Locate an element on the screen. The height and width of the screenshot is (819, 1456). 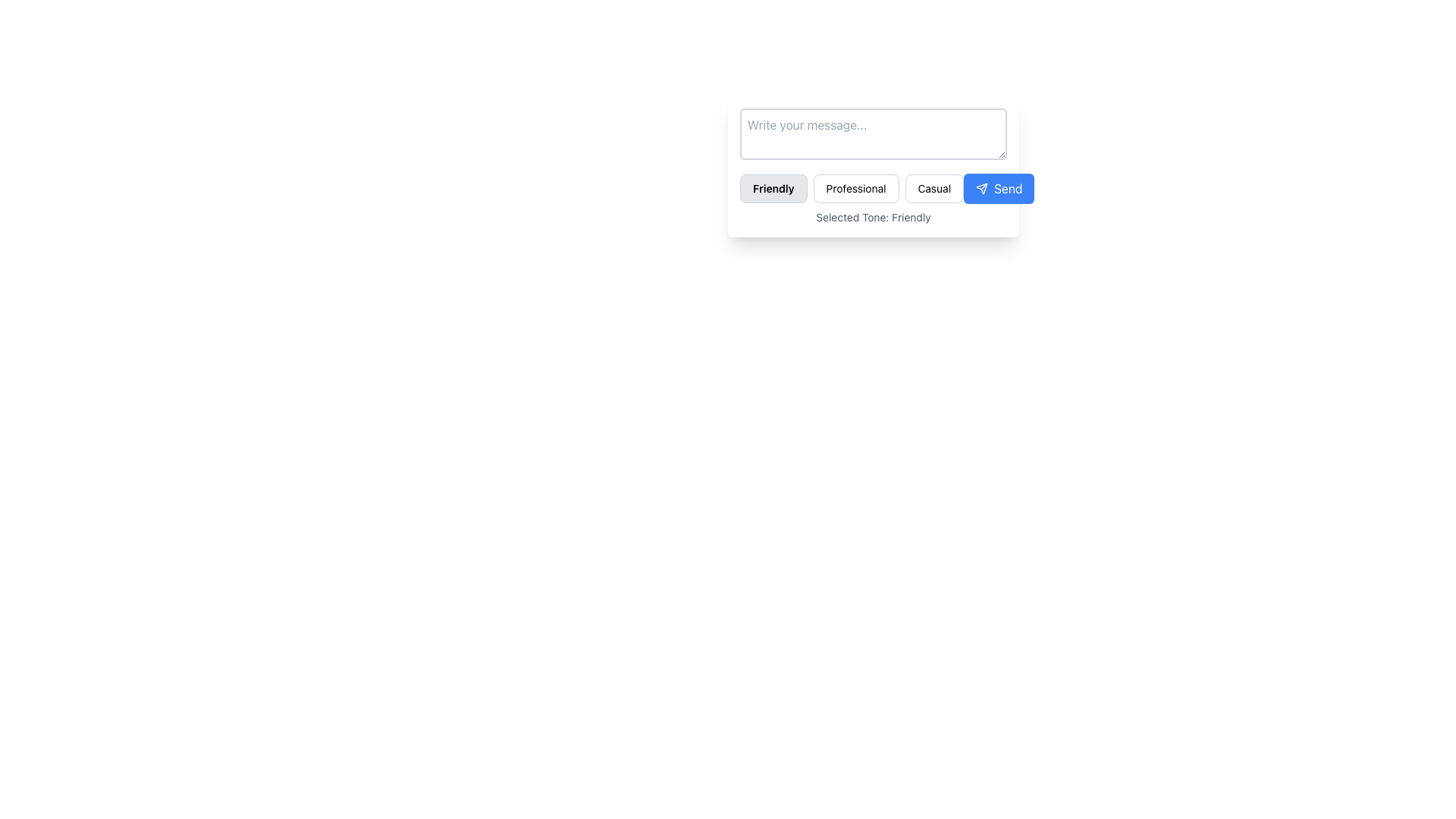
the 'Send' button that contains the paper airplane icon, which is positioned centrally within the blue button labeled 'Send' is located at coordinates (982, 188).